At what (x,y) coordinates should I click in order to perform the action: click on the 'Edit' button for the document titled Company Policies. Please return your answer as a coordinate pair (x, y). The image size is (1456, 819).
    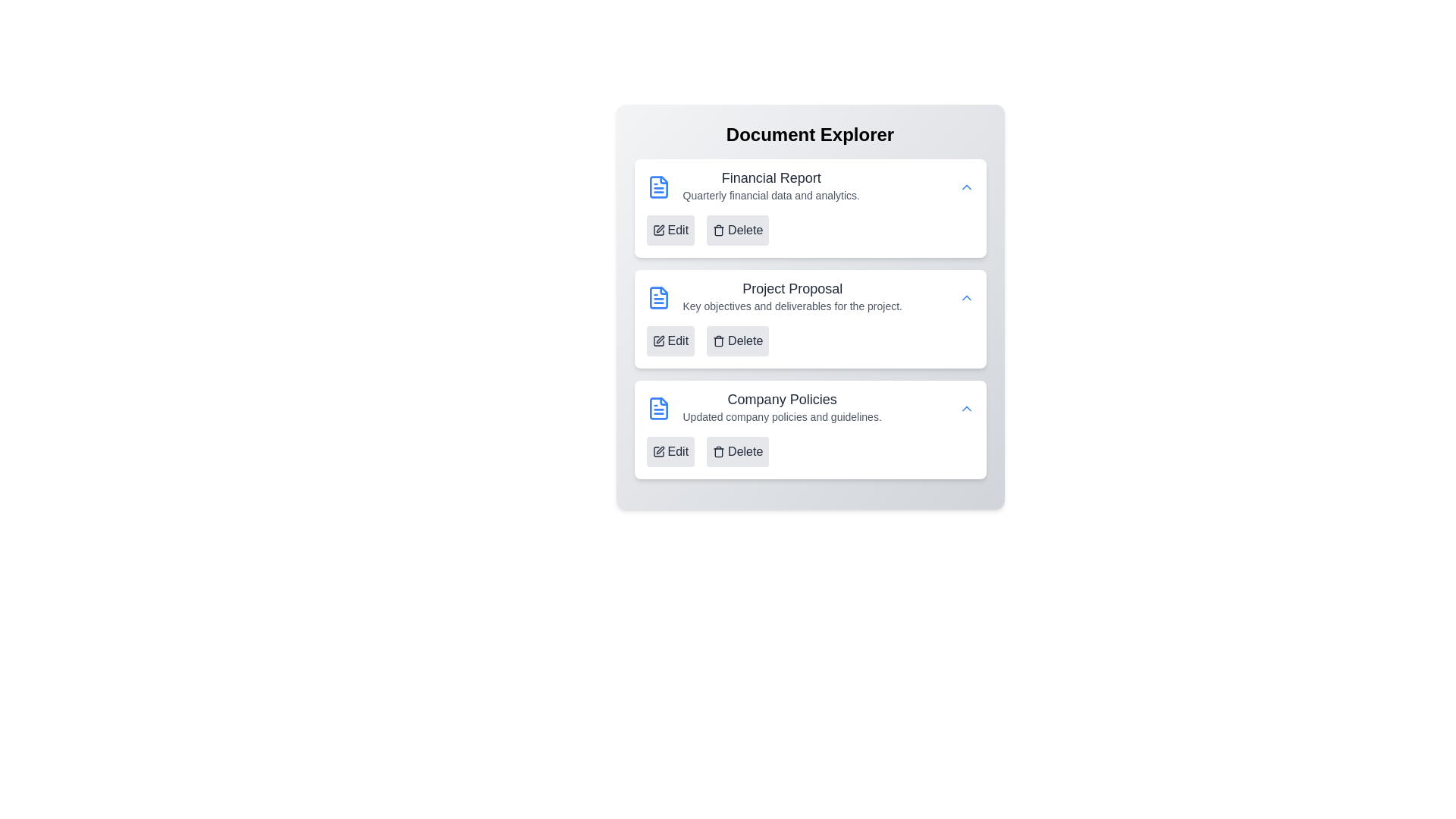
    Looking at the image, I should click on (670, 451).